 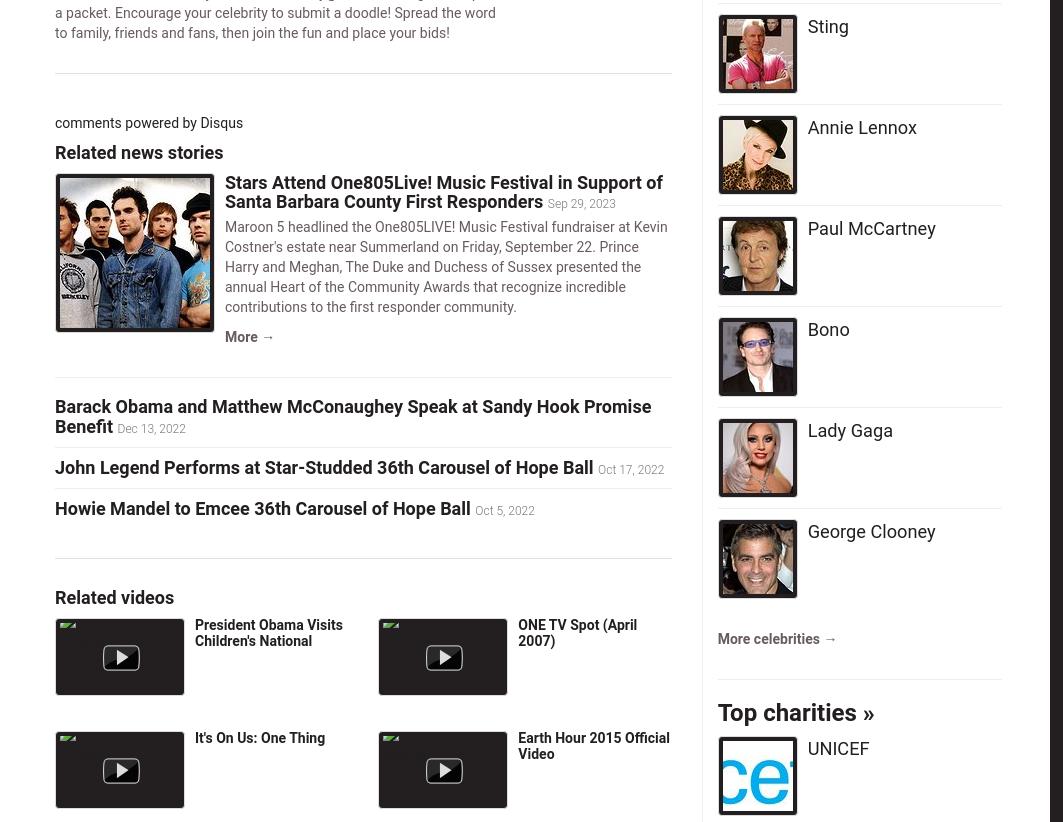 What do you see at coordinates (443, 190) in the screenshot?
I see `'Stars Attend One805Live! Music Festival in Support of Santa Barbara County First Responders'` at bounding box center [443, 190].